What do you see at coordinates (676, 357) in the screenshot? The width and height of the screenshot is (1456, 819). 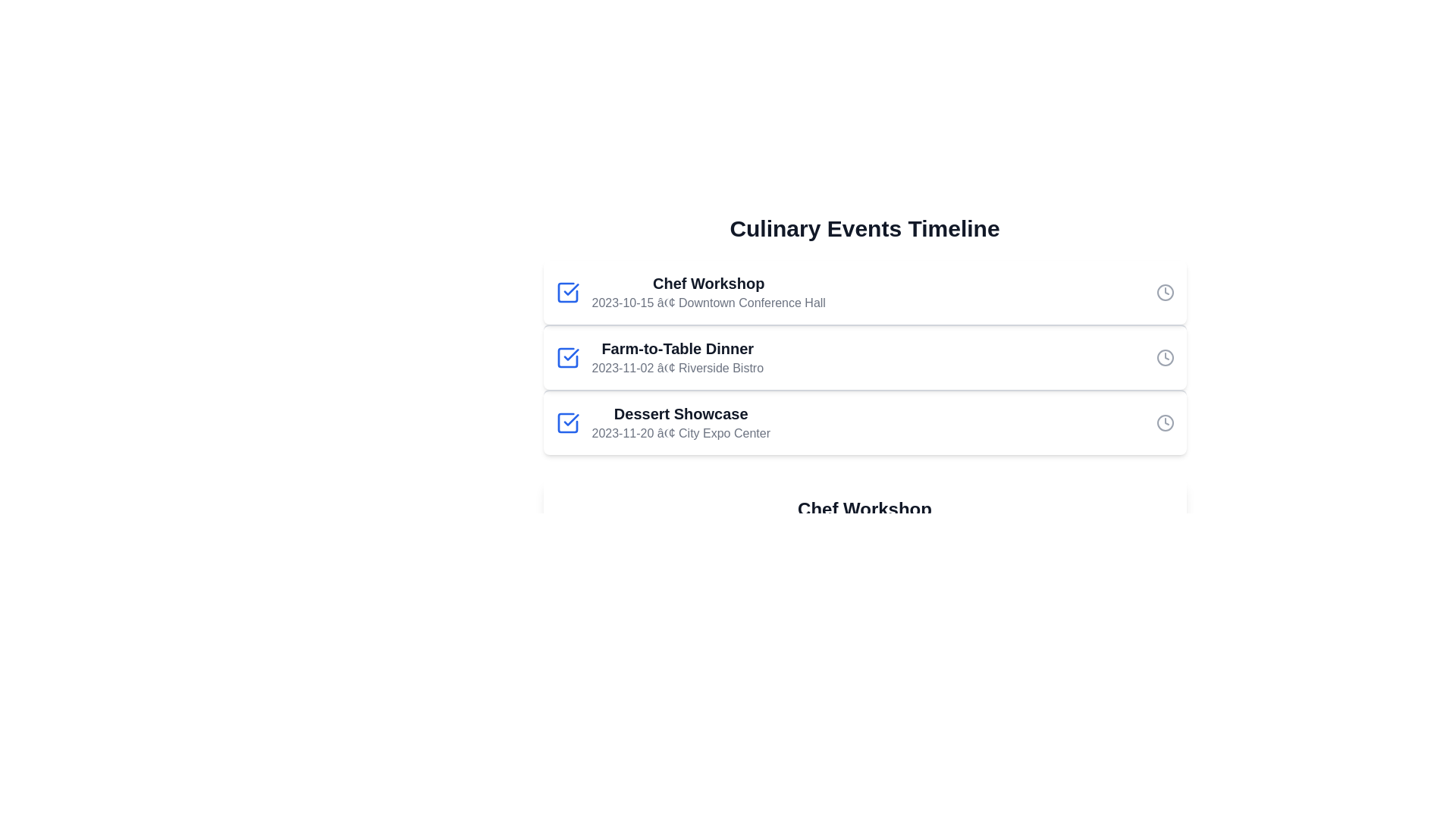 I see `the second event in the 'Culinary Events Timeline' to see more details, which includes the event title, date, and location, positioned between 'Chef Workshop' and 'Dessert Showcase'` at bounding box center [676, 357].